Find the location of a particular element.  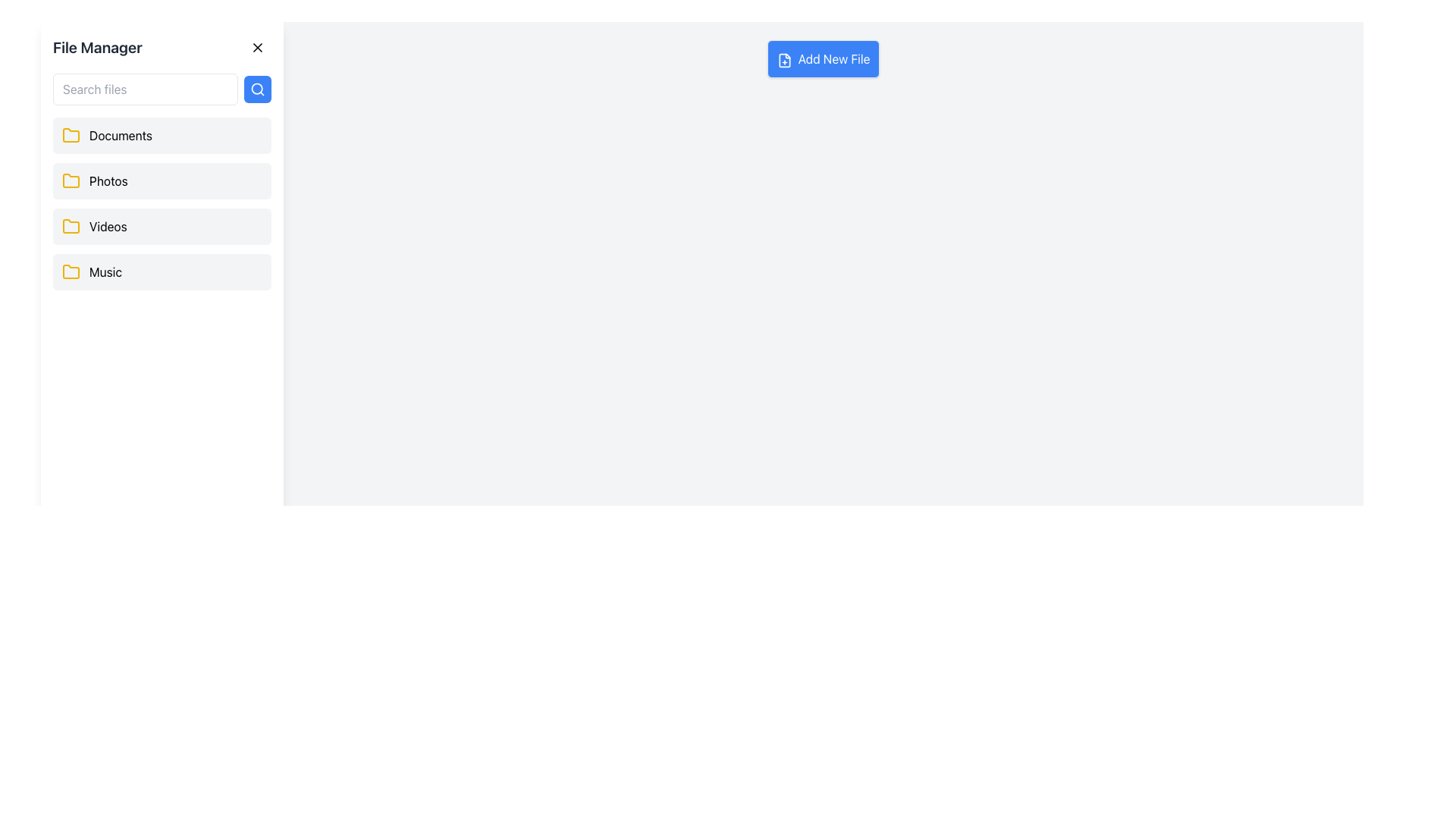

the blue search button with a magnifying glass icon, located to the right of the 'Search files' text input field is located at coordinates (258, 89).